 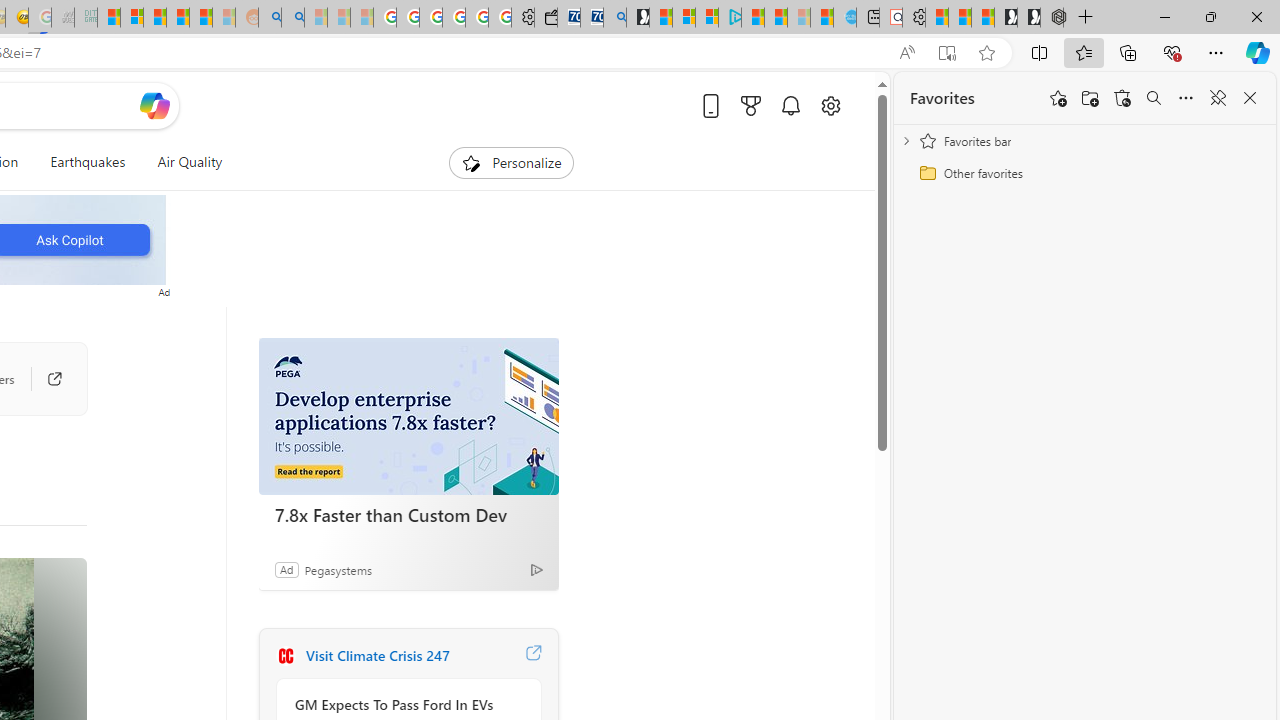 What do you see at coordinates (545, 17) in the screenshot?
I see `'Wallet'` at bounding box center [545, 17].